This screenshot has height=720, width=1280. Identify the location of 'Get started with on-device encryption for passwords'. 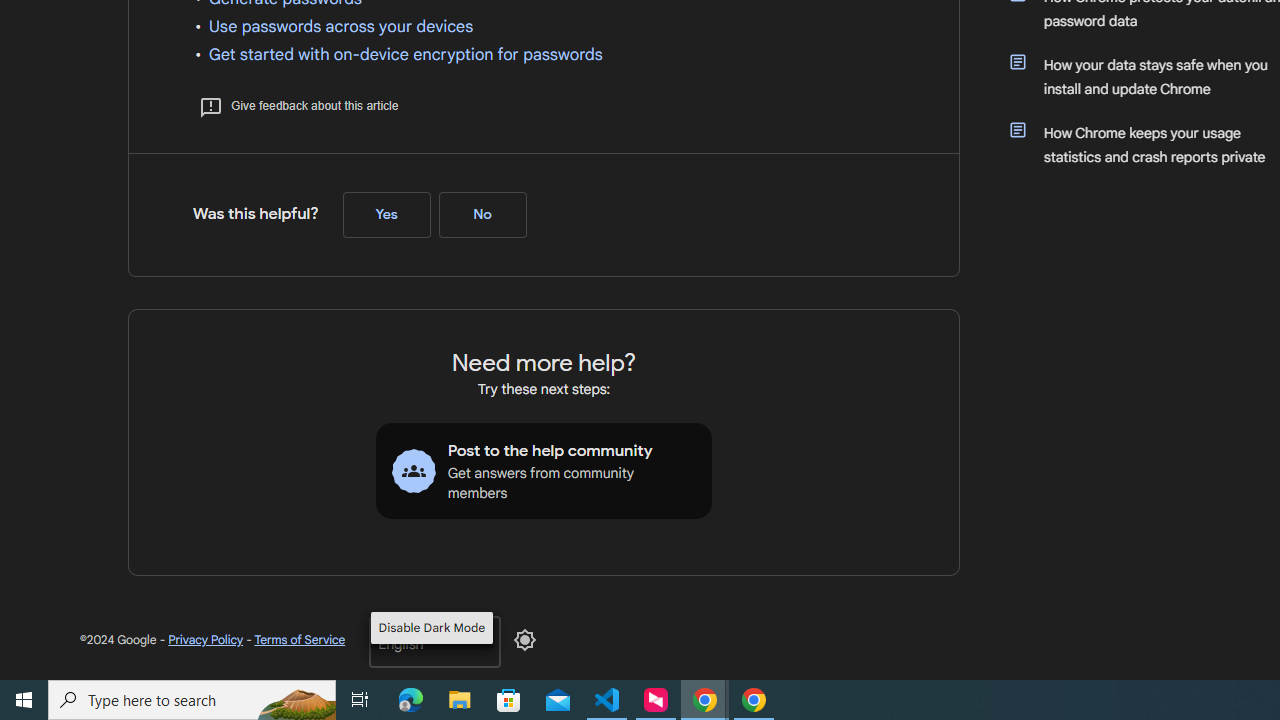
(404, 53).